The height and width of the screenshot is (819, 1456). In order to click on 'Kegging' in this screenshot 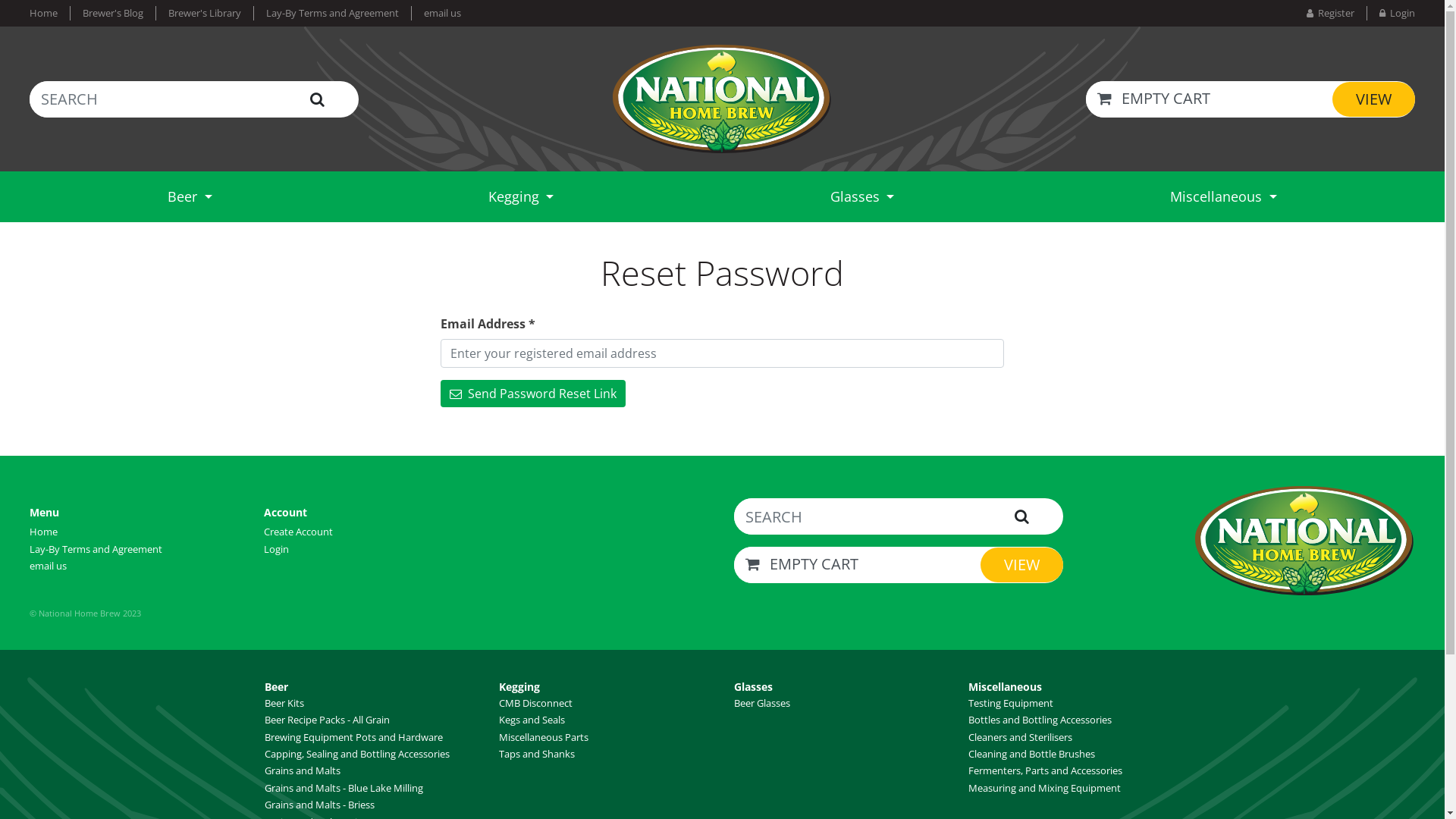, I will do `click(520, 195)`.